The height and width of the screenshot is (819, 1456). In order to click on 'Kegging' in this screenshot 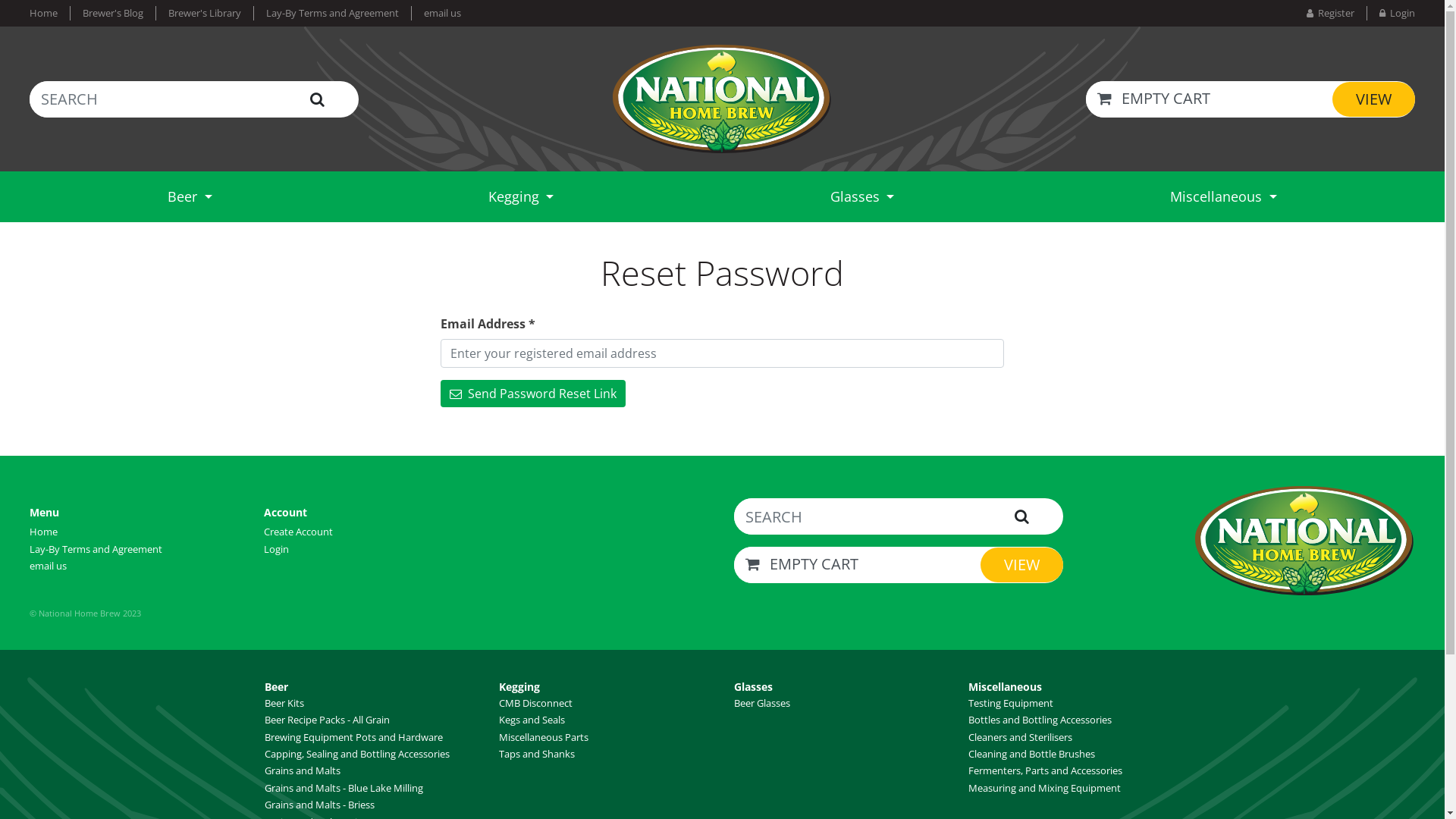, I will do `click(520, 195)`.